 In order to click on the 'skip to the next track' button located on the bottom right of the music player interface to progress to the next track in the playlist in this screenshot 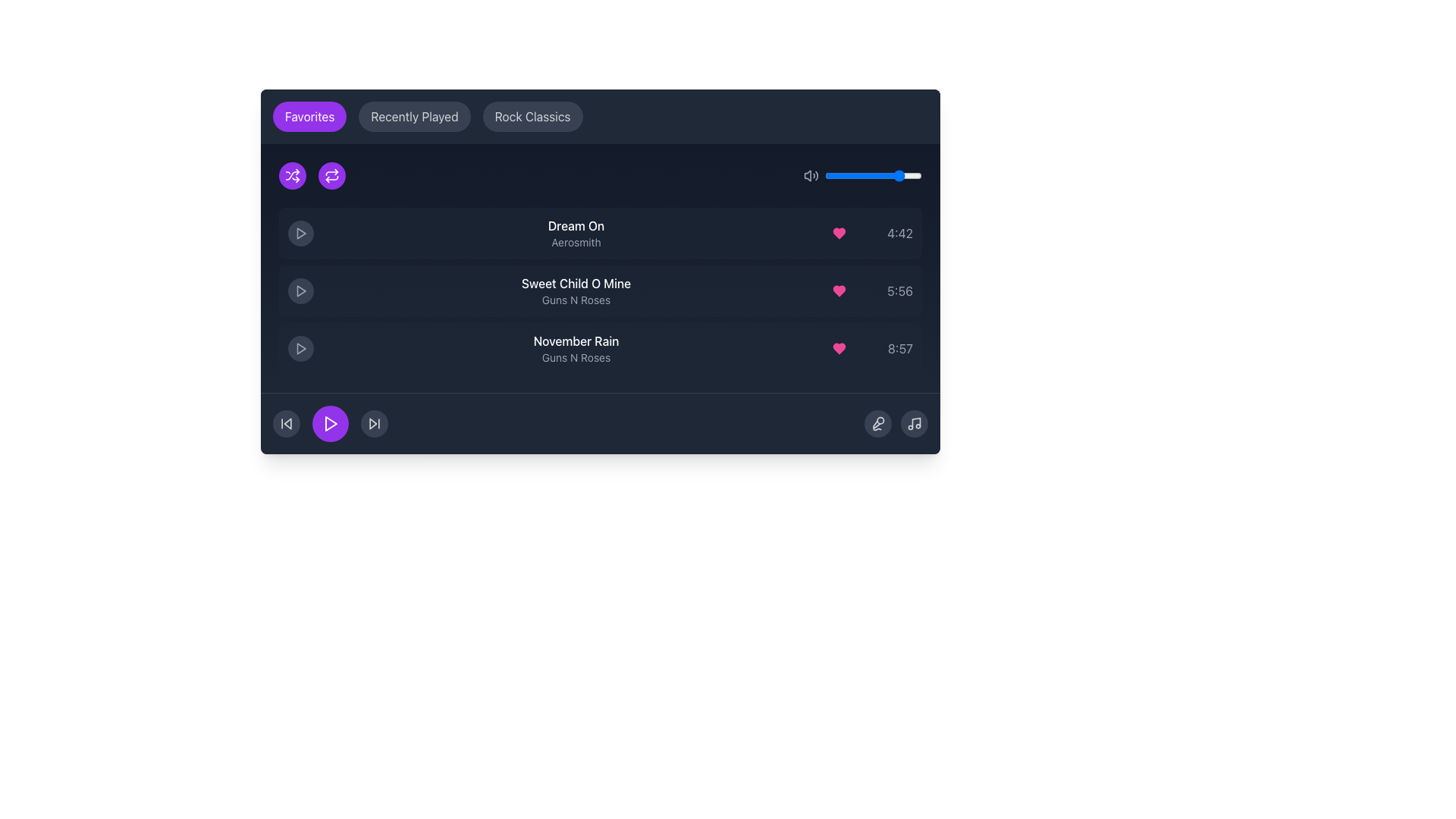, I will do `click(375, 424)`.